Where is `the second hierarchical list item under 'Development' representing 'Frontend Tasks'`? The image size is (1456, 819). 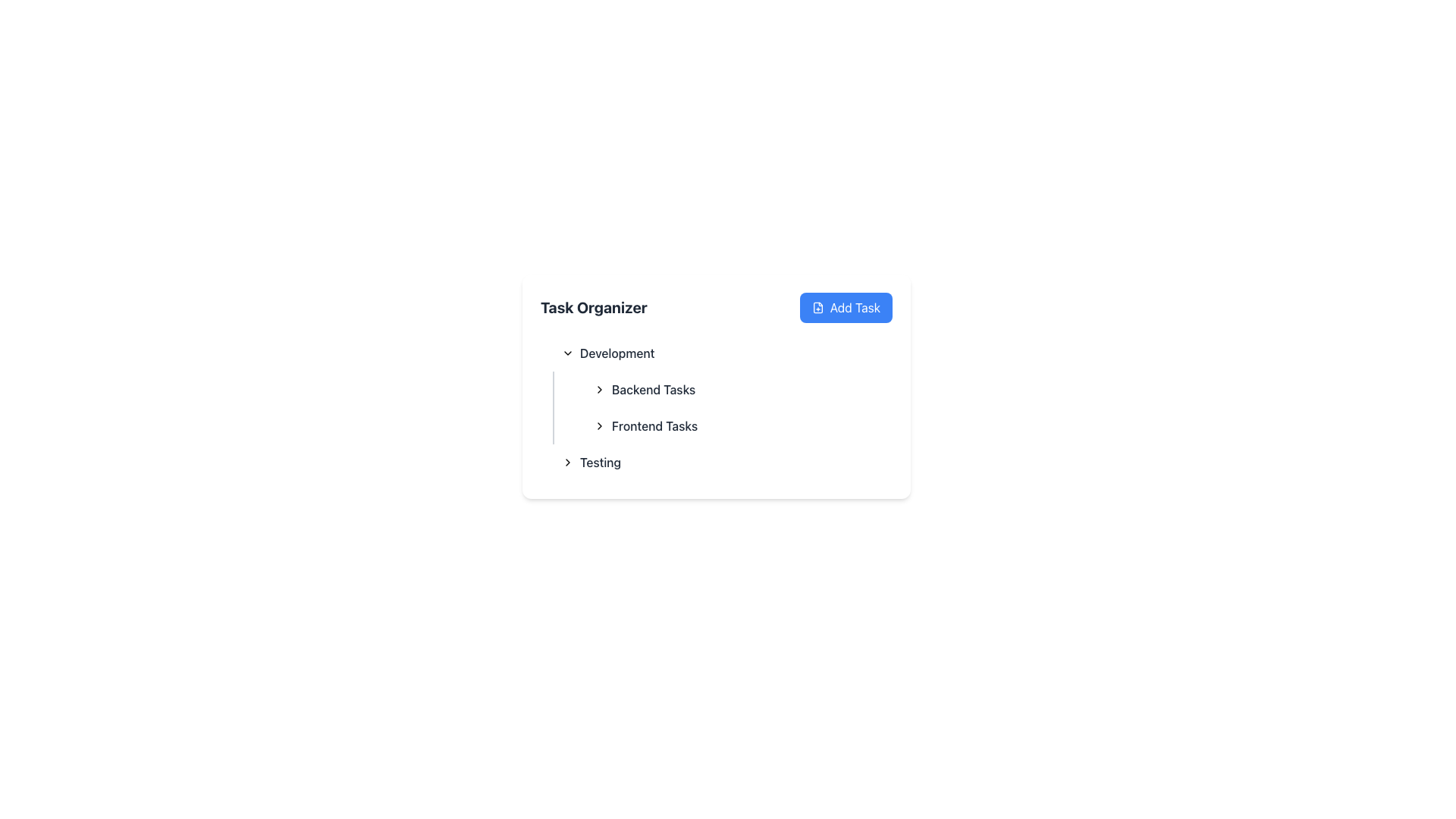 the second hierarchical list item under 'Development' representing 'Frontend Tasks' is located at coordinates (645, 426).